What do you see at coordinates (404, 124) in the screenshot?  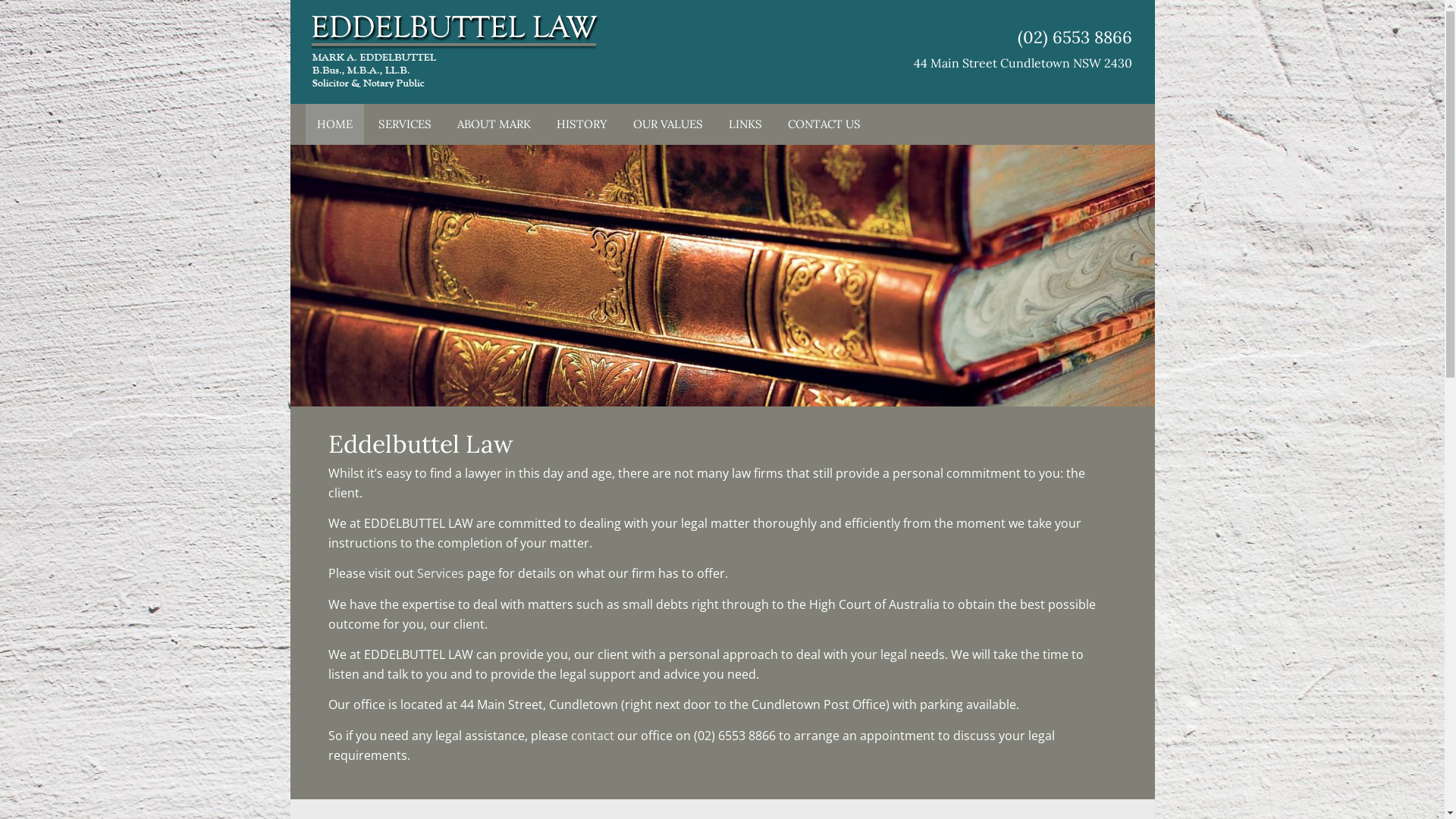 I see `'SERVICES'` at bounding box center [404, 124].